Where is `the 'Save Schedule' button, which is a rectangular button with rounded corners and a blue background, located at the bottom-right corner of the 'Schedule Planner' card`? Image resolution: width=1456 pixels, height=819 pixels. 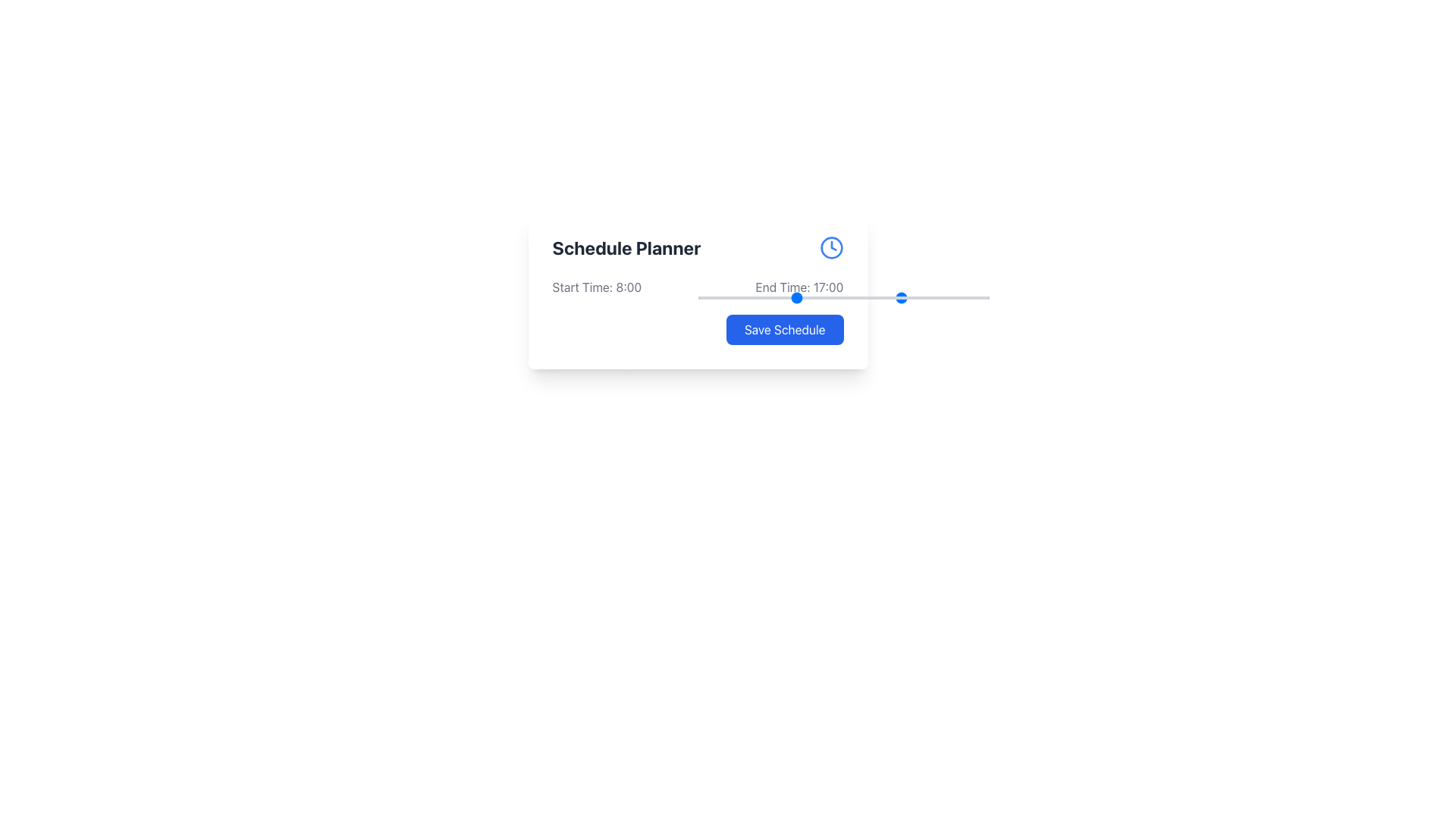
the 'Save Schedule' button, which is a rectangular button with rounded corners and a blue background, located at the bottom-right corner of the 'Schedule Planner' card is located at coordinates (697, 329).